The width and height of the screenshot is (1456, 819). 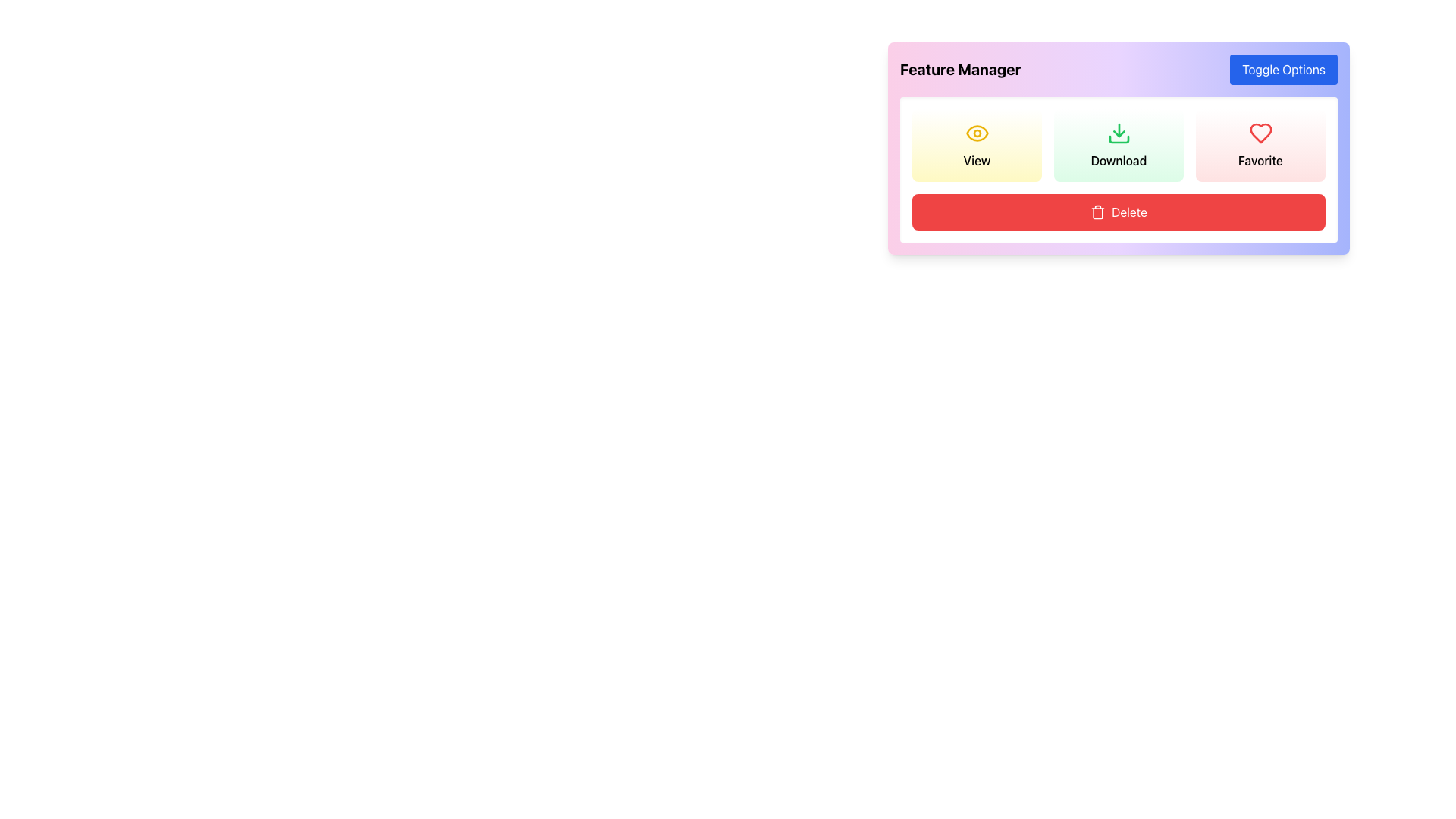 I want to click on the curved eye-shaped icon button with a gradient yellow to orange color in the 'Feature Manager' section, so click(x=977, y=133).